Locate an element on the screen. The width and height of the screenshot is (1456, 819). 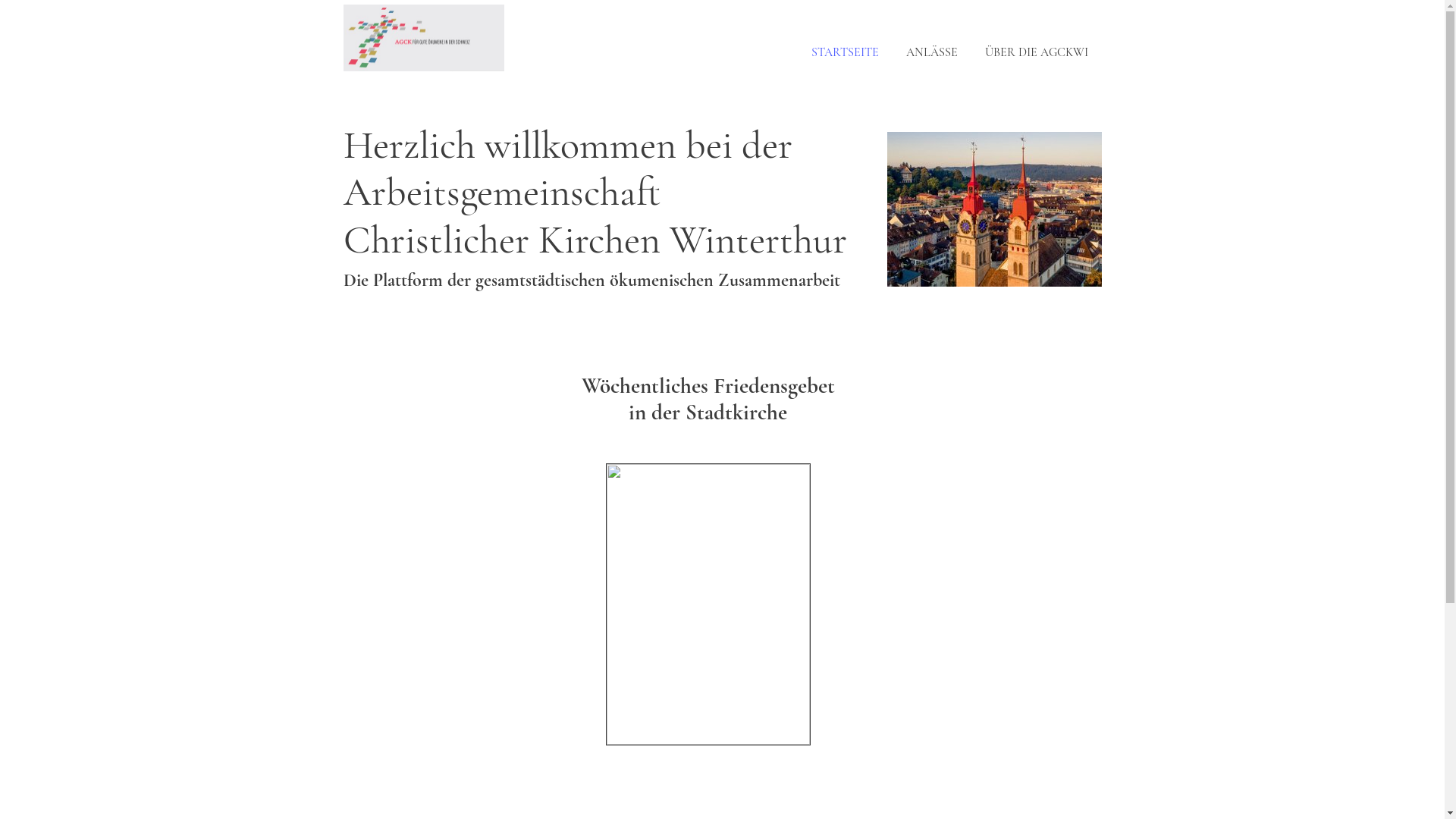
'STARTSEITE' is located at coordinates (844, 52).